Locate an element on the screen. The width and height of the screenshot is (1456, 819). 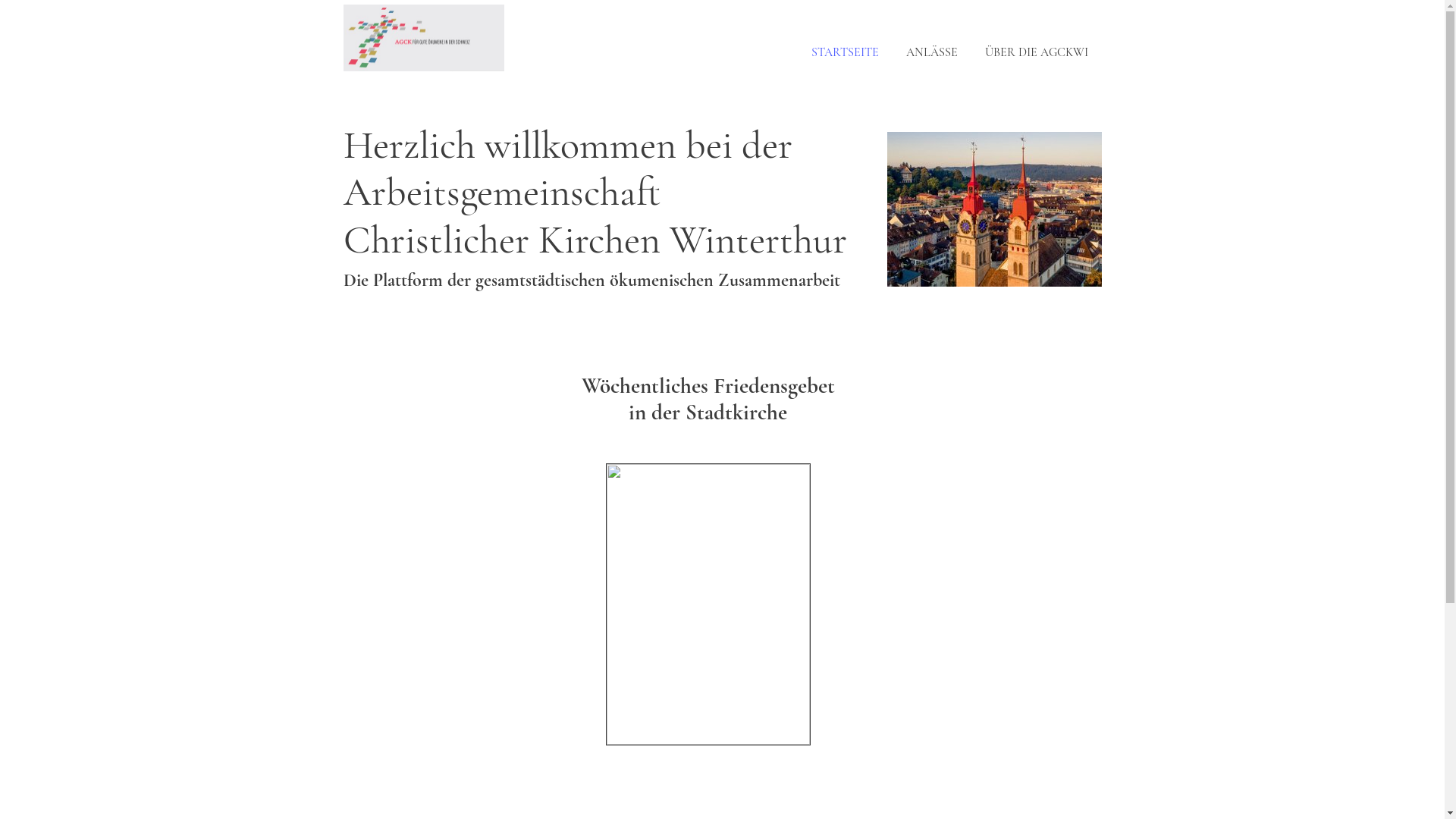
'STARTSEITE' is located at coordinates (844, 52).